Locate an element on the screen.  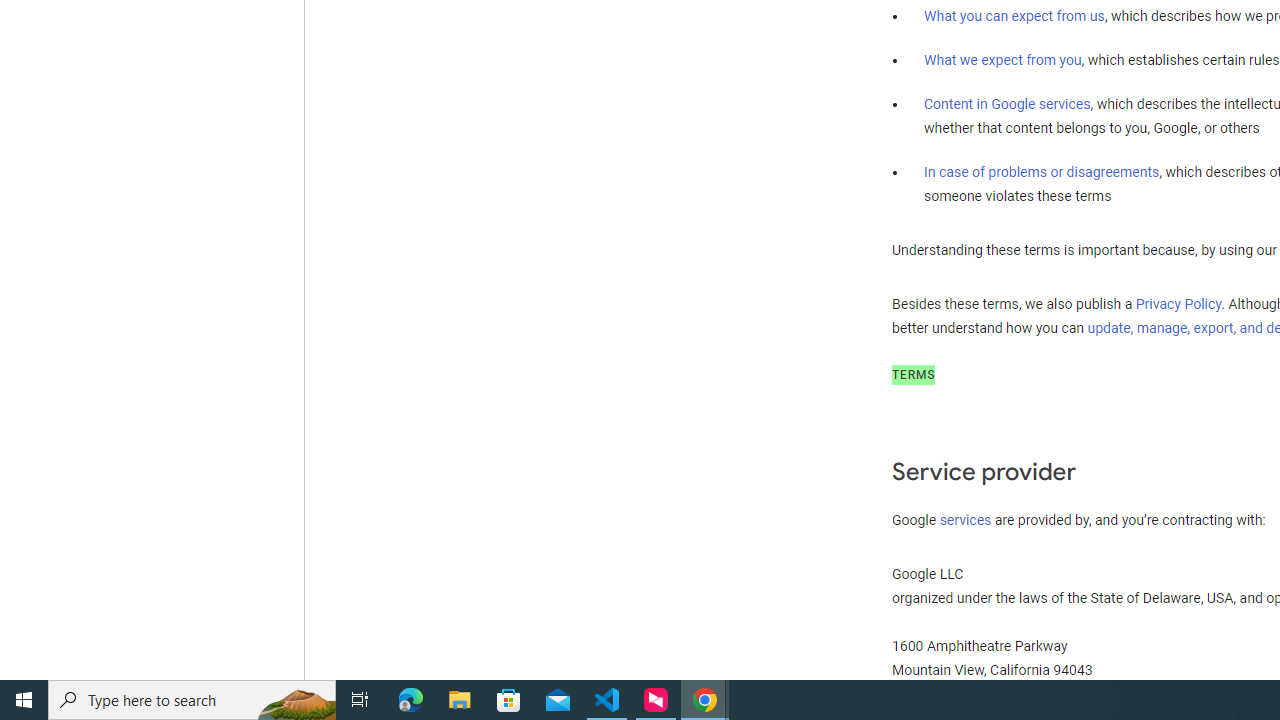
'What we expect from you' is located at coordinates (1002, 59).